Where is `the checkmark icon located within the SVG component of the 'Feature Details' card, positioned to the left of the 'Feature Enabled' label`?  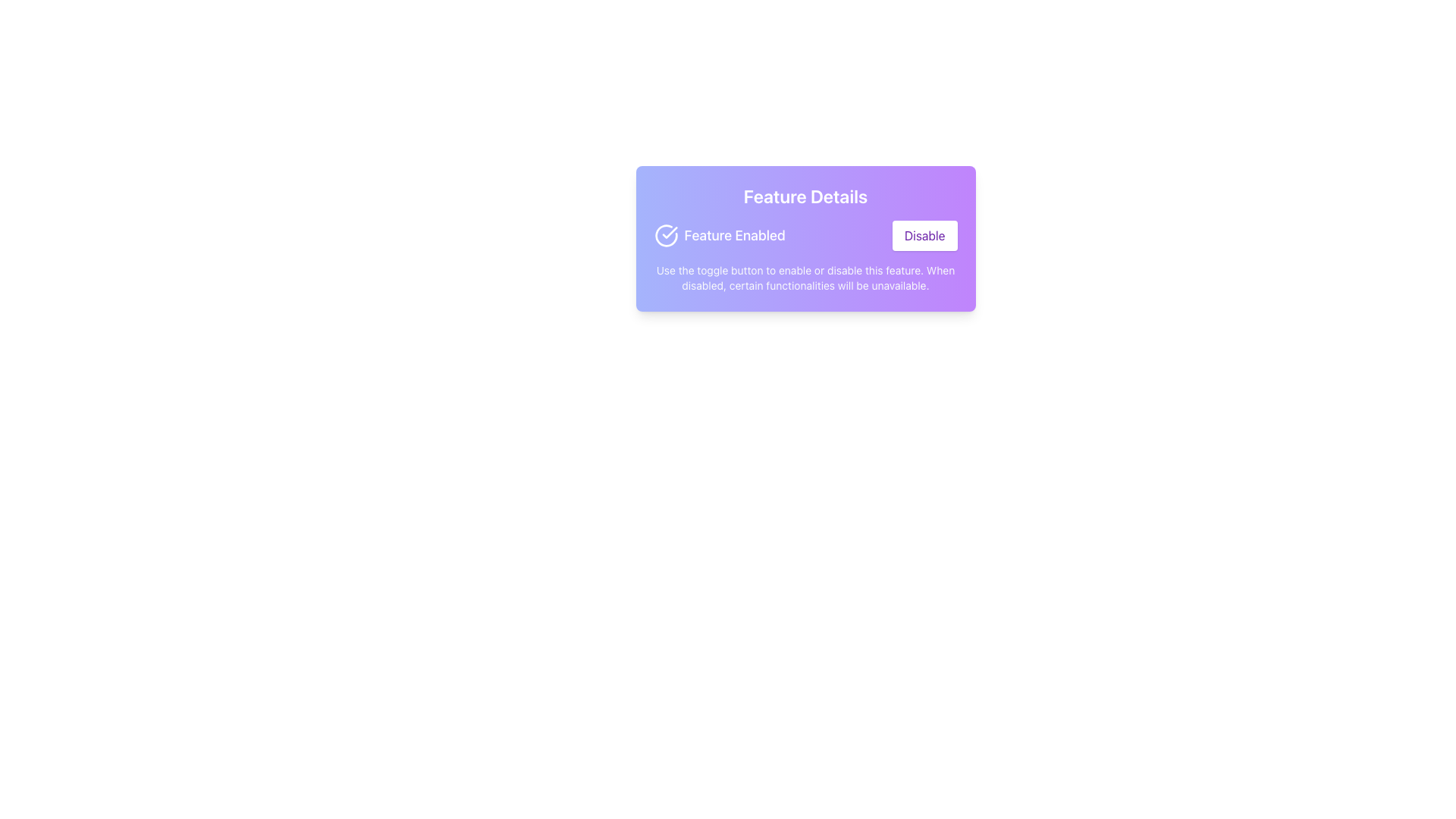 the checkmark icon located within the SVG component of the 'Feature Details' card, positioned to the left of the 'Feature Enabled' label is located at coordinates (669, 233).